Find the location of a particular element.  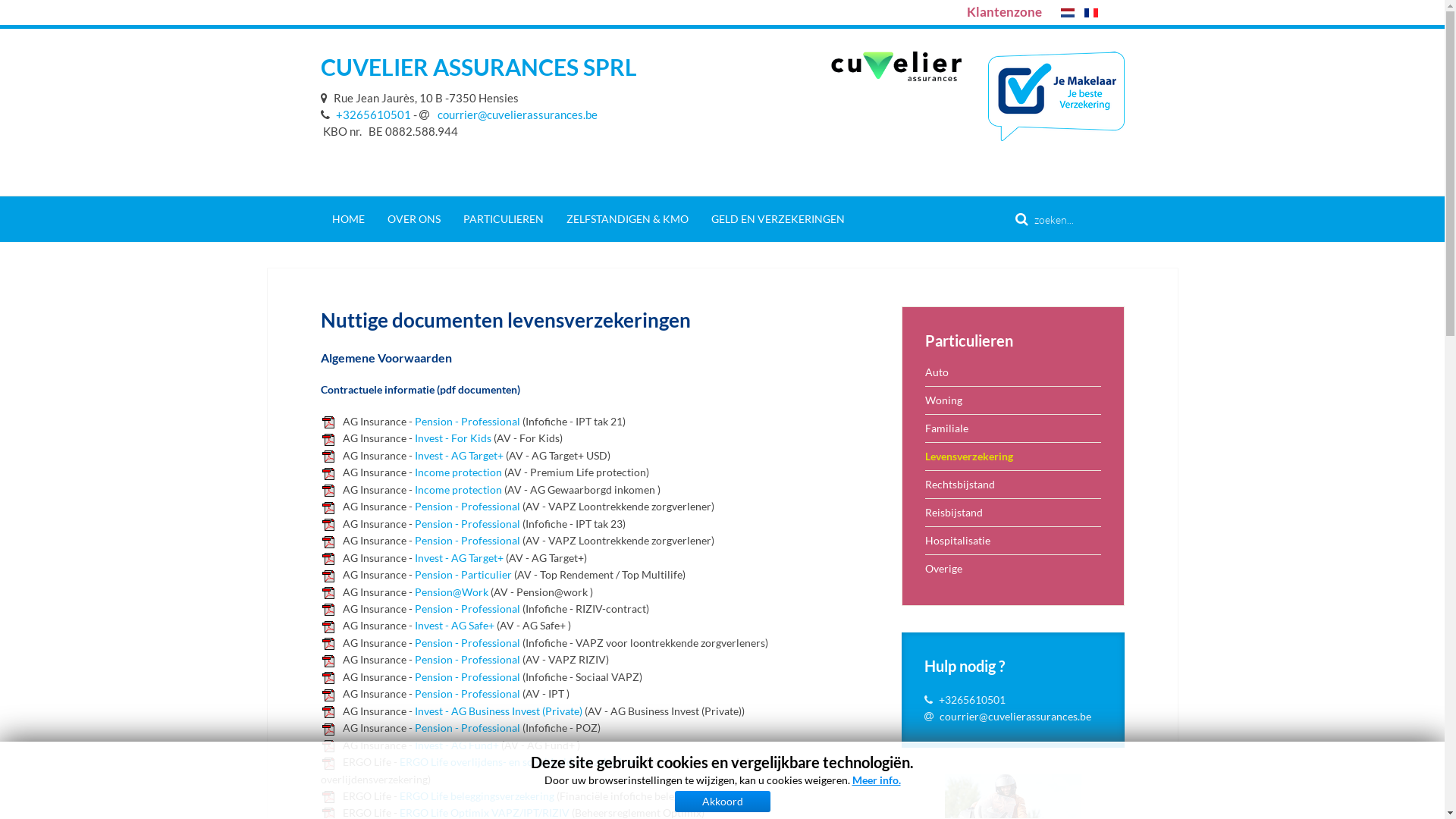

'CUVELIER ASSURANCES SPRL' is located at coordinates (319, 66).